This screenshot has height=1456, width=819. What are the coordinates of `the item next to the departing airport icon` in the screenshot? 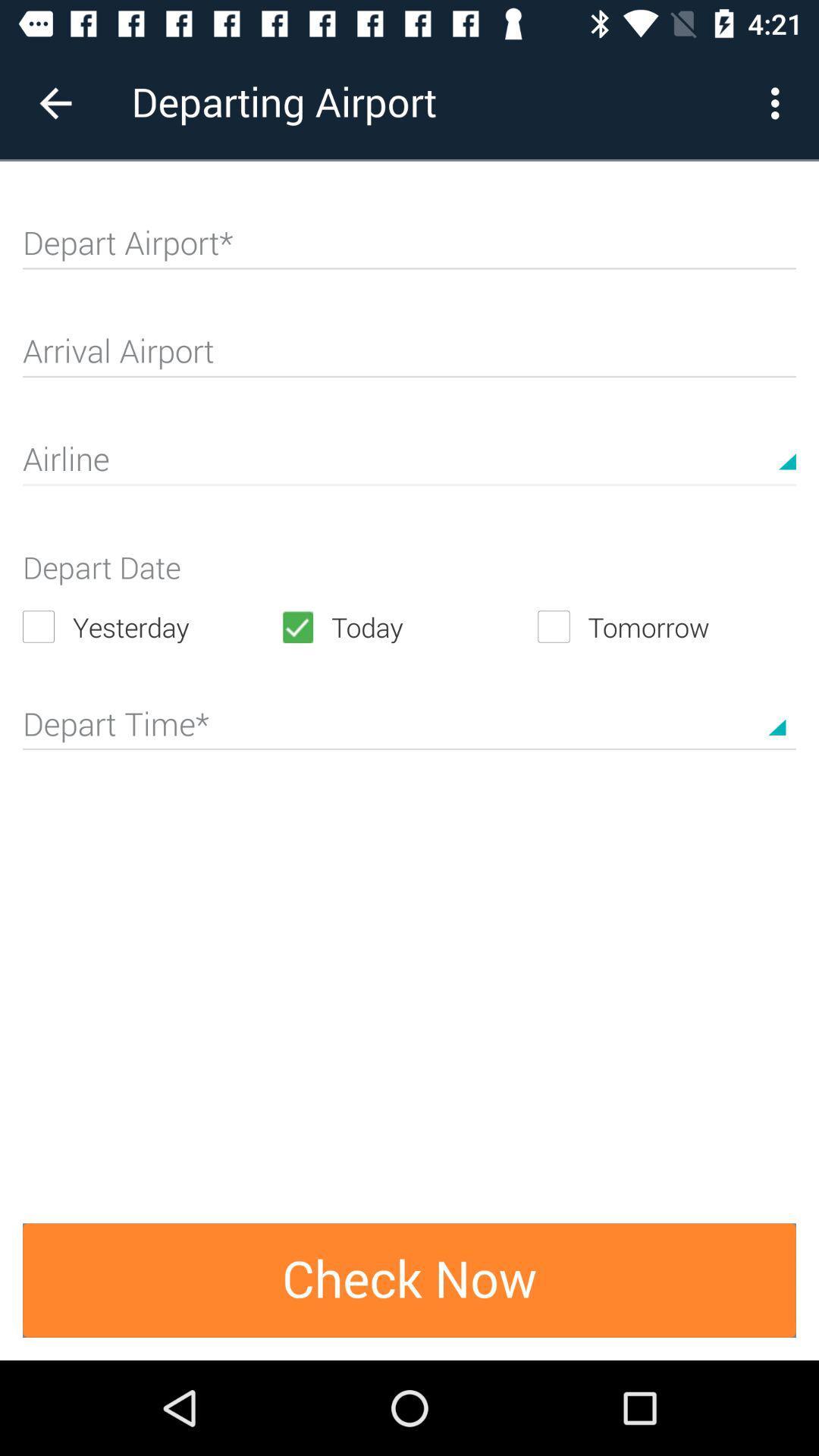 It's located at (55, 102).